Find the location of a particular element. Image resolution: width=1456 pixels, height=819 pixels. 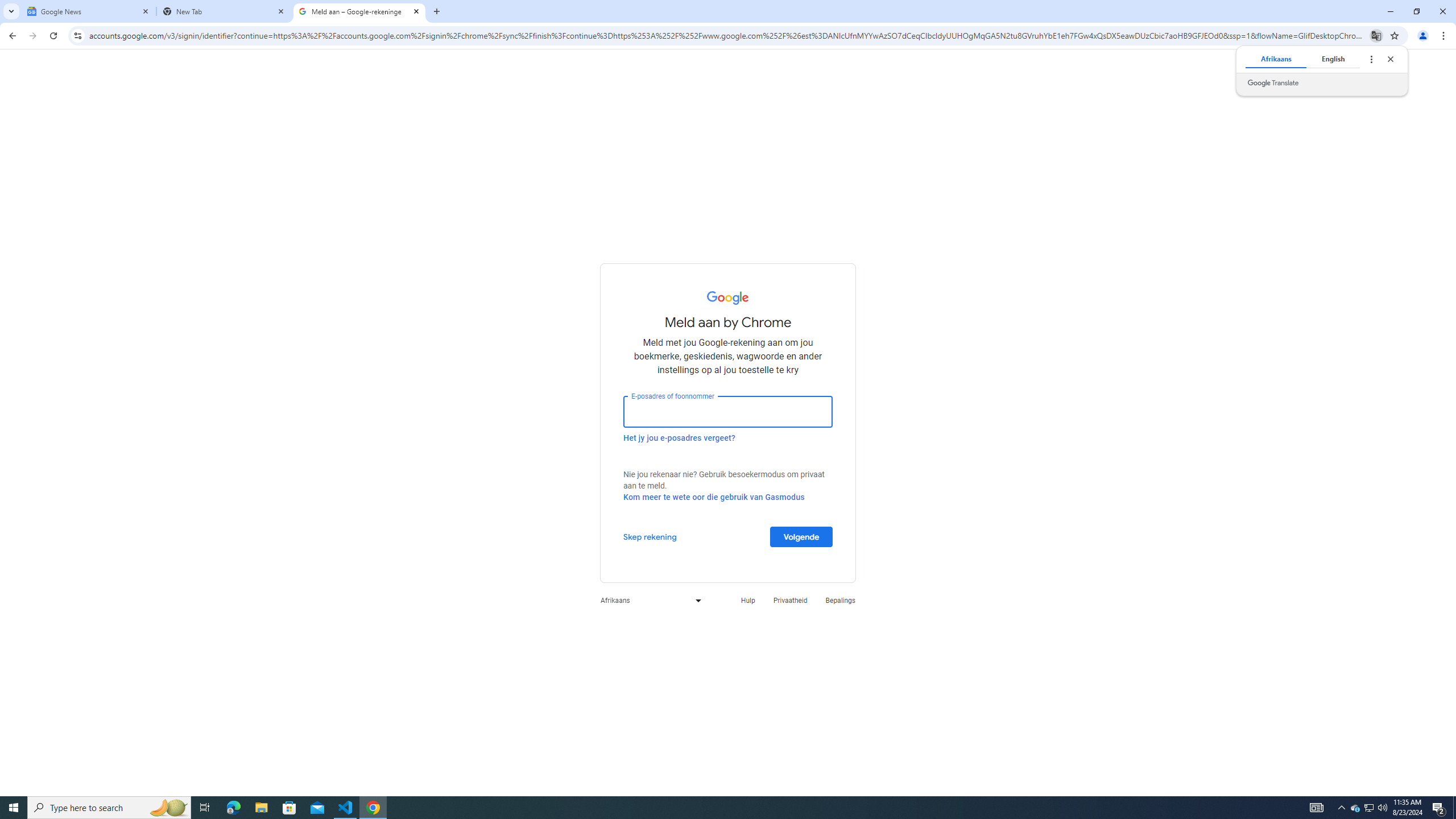

'Het jy jou e-posadres vergeet?' is located at coordinates (679, 437).